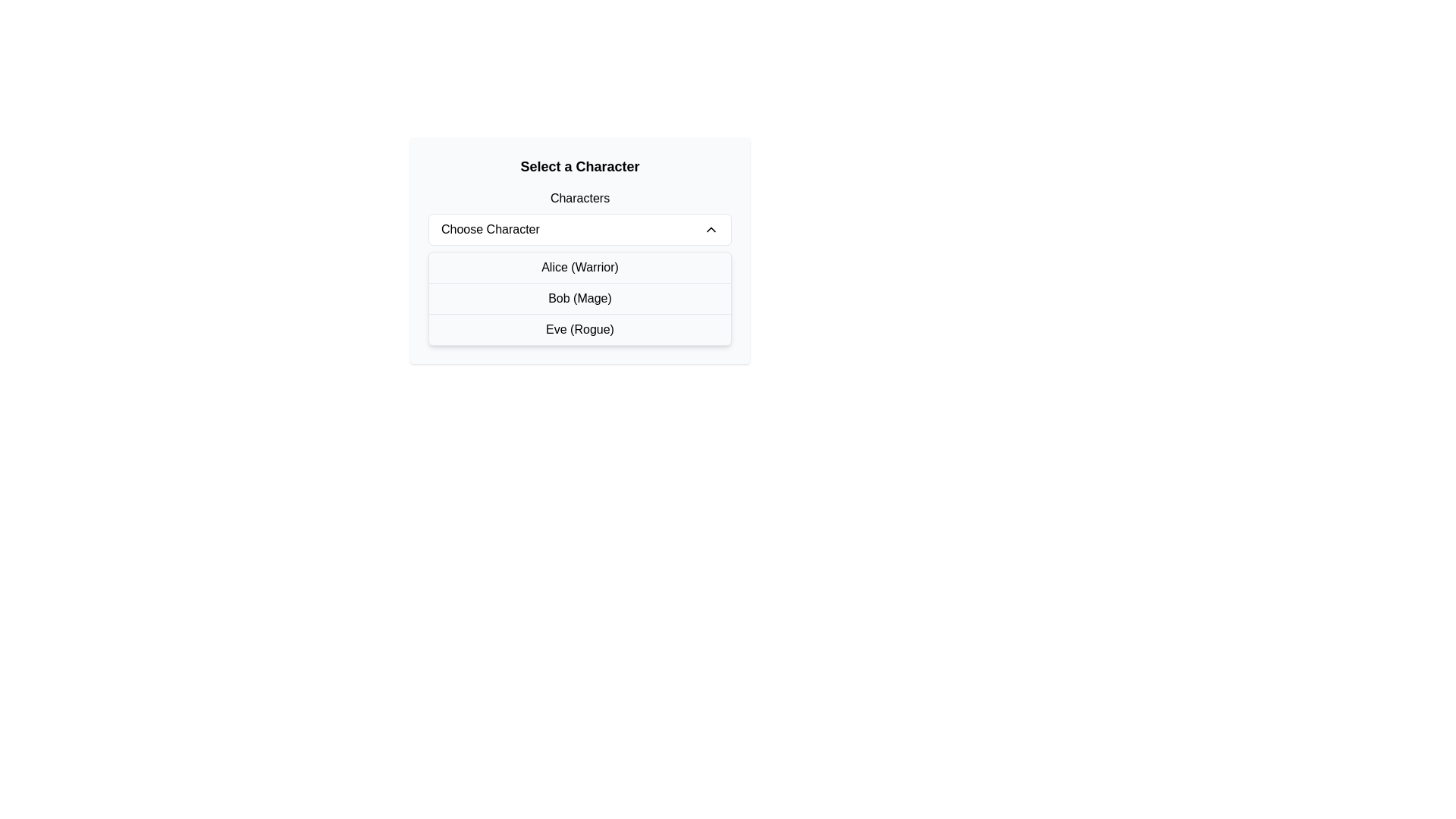 The image size is (1456, 819). Describe the element at coordinates (579, 230) in the screenshot. I see `the Dropdown toggle button labeled 'Choose Character'` at that location.